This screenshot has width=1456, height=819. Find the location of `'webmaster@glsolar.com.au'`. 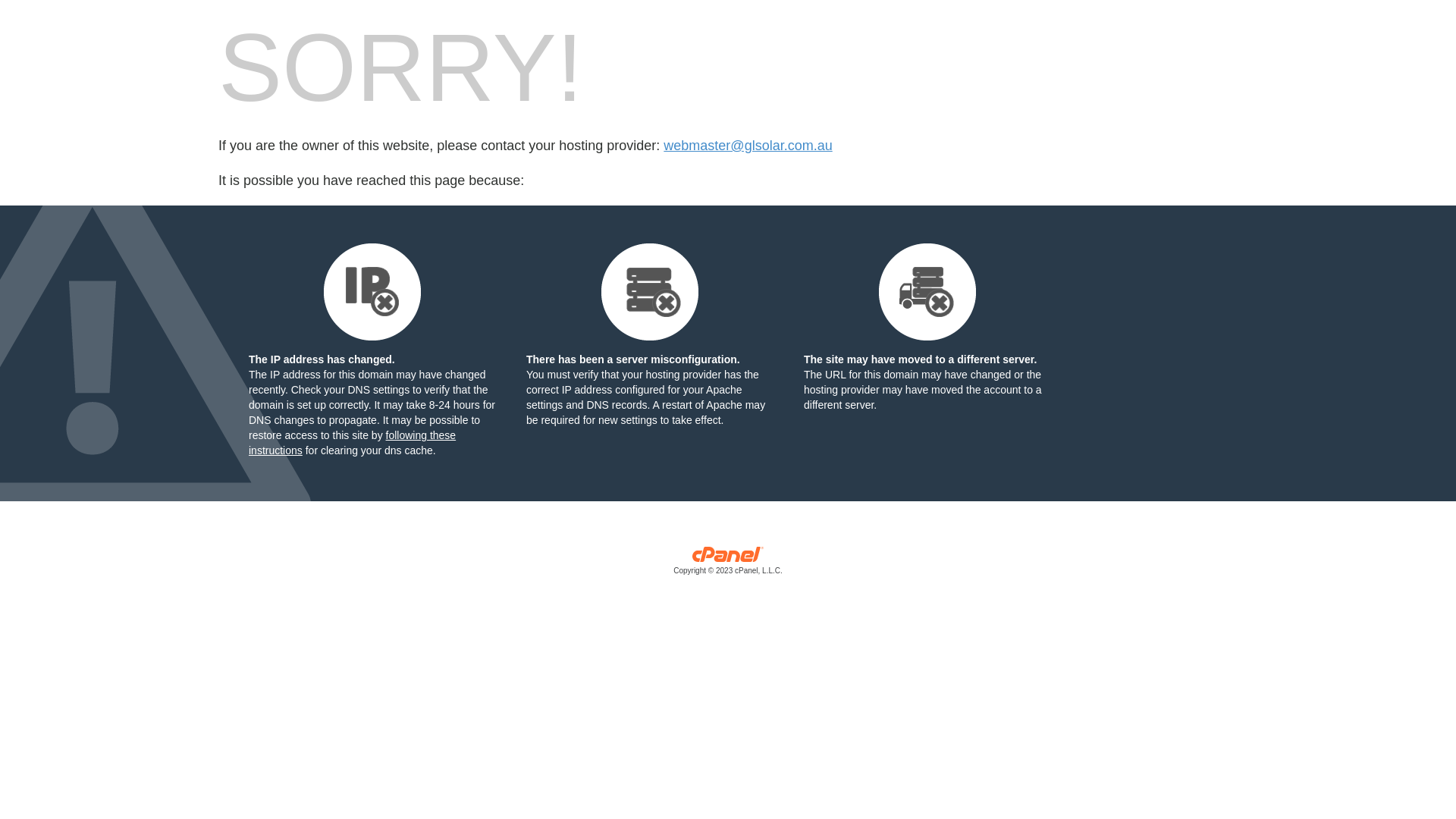

'webmaster@glsolar.com.au' is located at coordinates (747, 146).